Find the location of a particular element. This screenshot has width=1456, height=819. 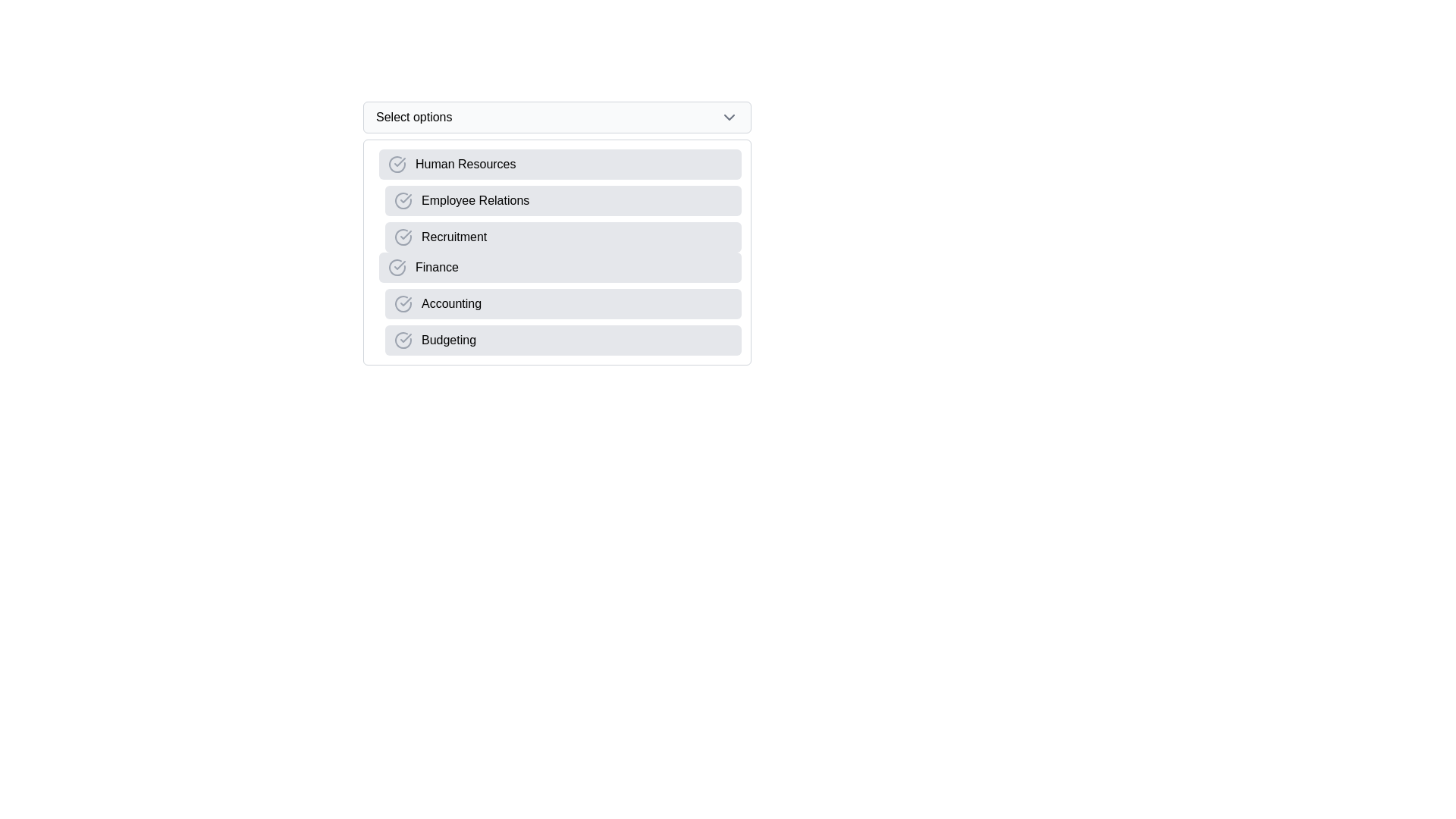

the graphic element indicating selection for the 'Budgeting' option, which is part of a circular icon to the left of the word 'Budgeting' is located at coordinates (403, 339).